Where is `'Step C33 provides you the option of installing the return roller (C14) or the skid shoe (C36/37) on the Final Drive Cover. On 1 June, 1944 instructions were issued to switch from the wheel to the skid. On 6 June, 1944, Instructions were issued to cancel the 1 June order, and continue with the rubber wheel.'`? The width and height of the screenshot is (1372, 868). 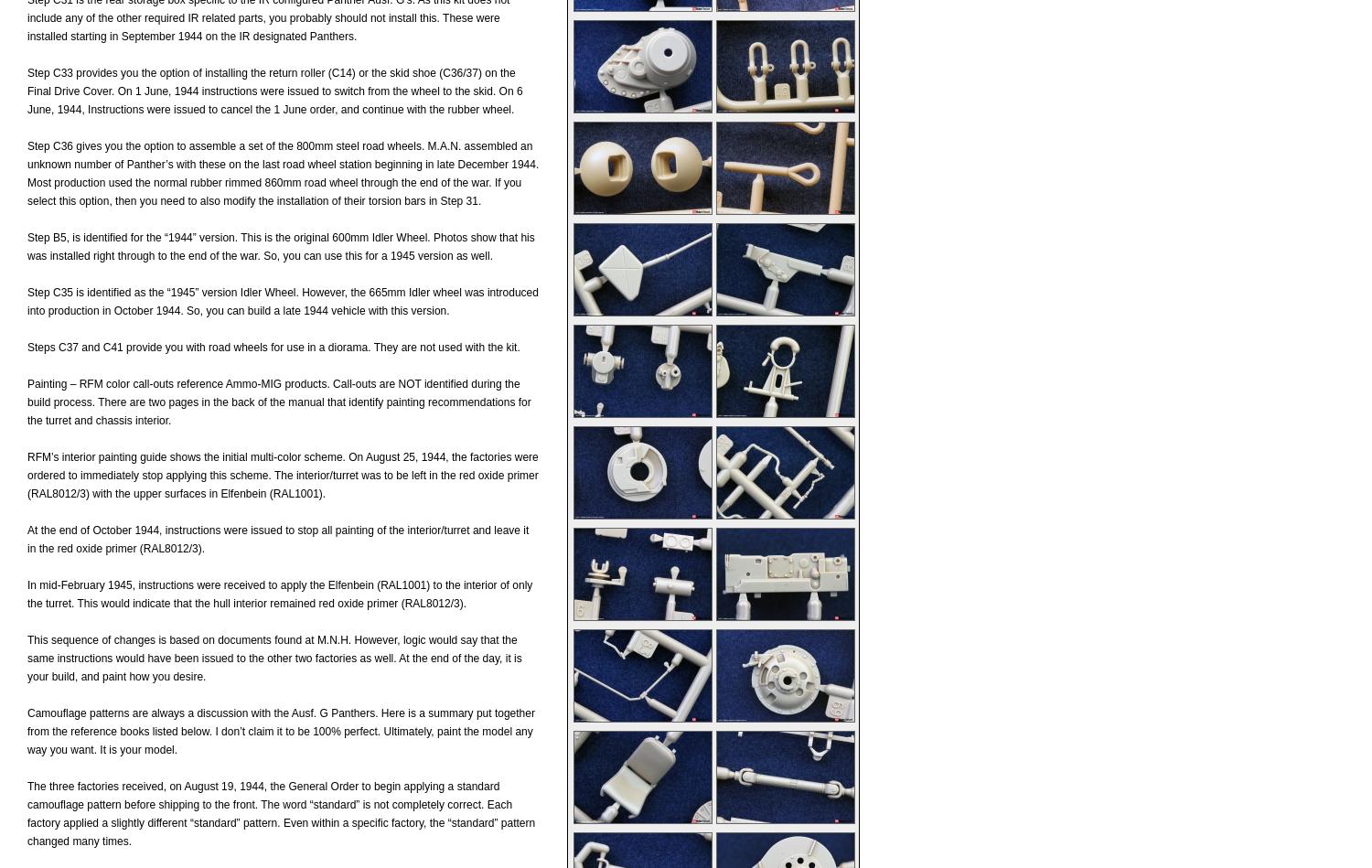
'Step C33 provides you the option of installing the return roller (C14) or the skid shoe (C36/37) on the Final Drive Cover. On 1 June, 1944 instructions were issued to switch from the wheel to the skid. On 6 June, 1944, Instructions were issued to cancel the 1 June order, and continue with the rubber wheel.' is located at coordinates (274, 91).